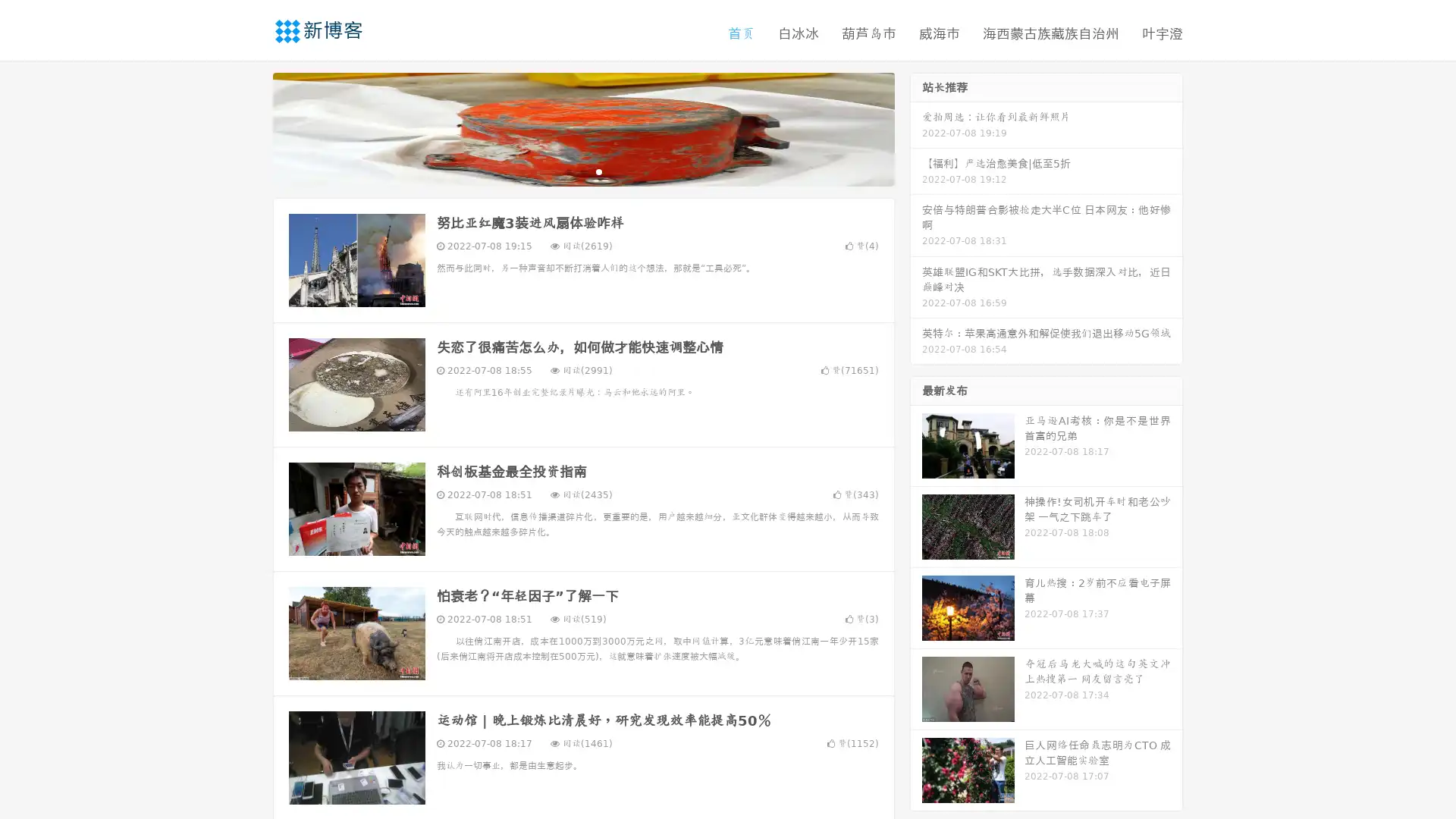  Describe the element at coordinates (916, 127) in the screenshot. I see `Next slide` at that location.